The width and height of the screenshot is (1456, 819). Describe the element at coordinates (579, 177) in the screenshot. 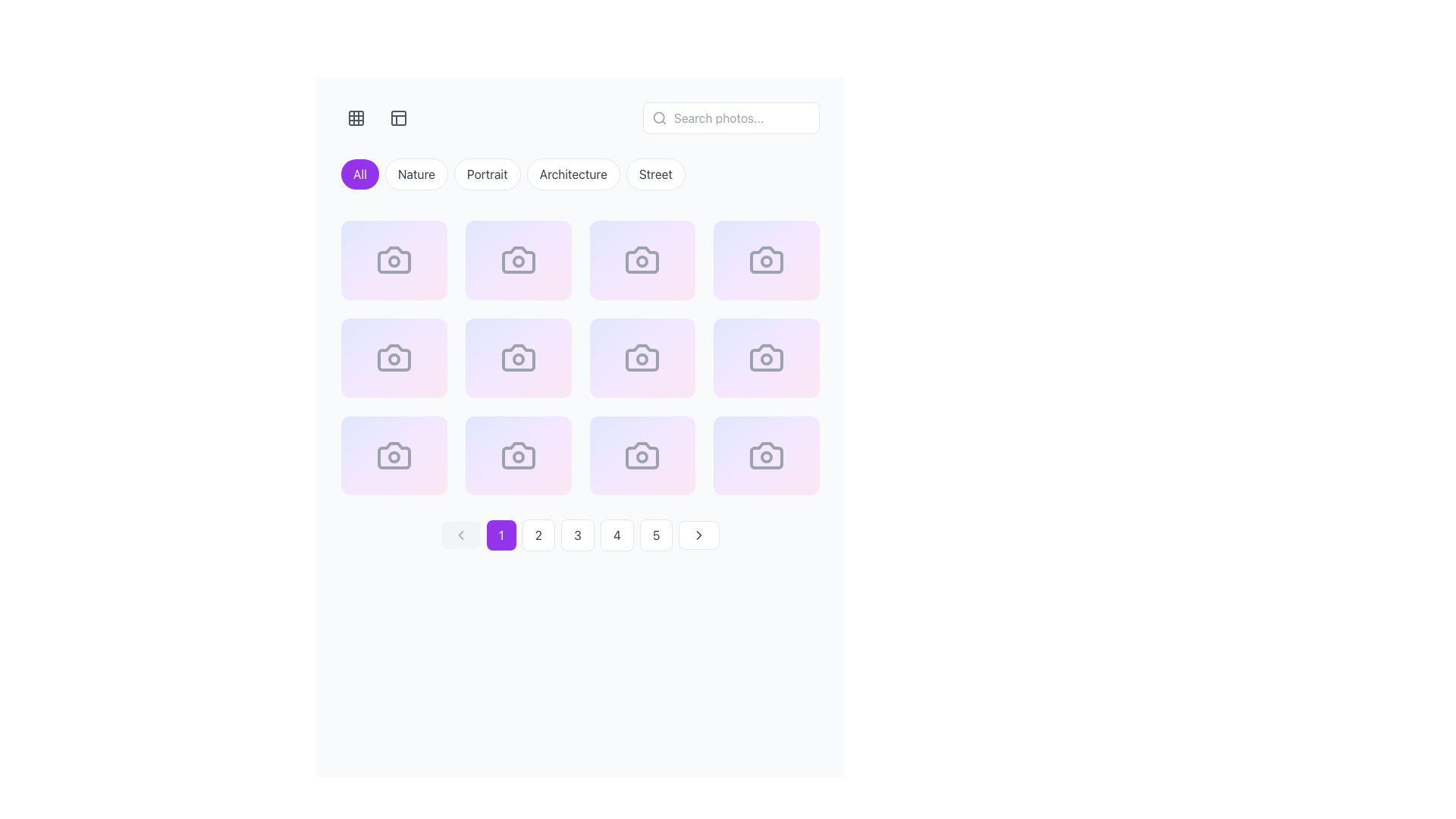

I see `the 'Architecture' filter button, which is the fourth button in a horizontal group of category buttons, to apply the filter` at that location.